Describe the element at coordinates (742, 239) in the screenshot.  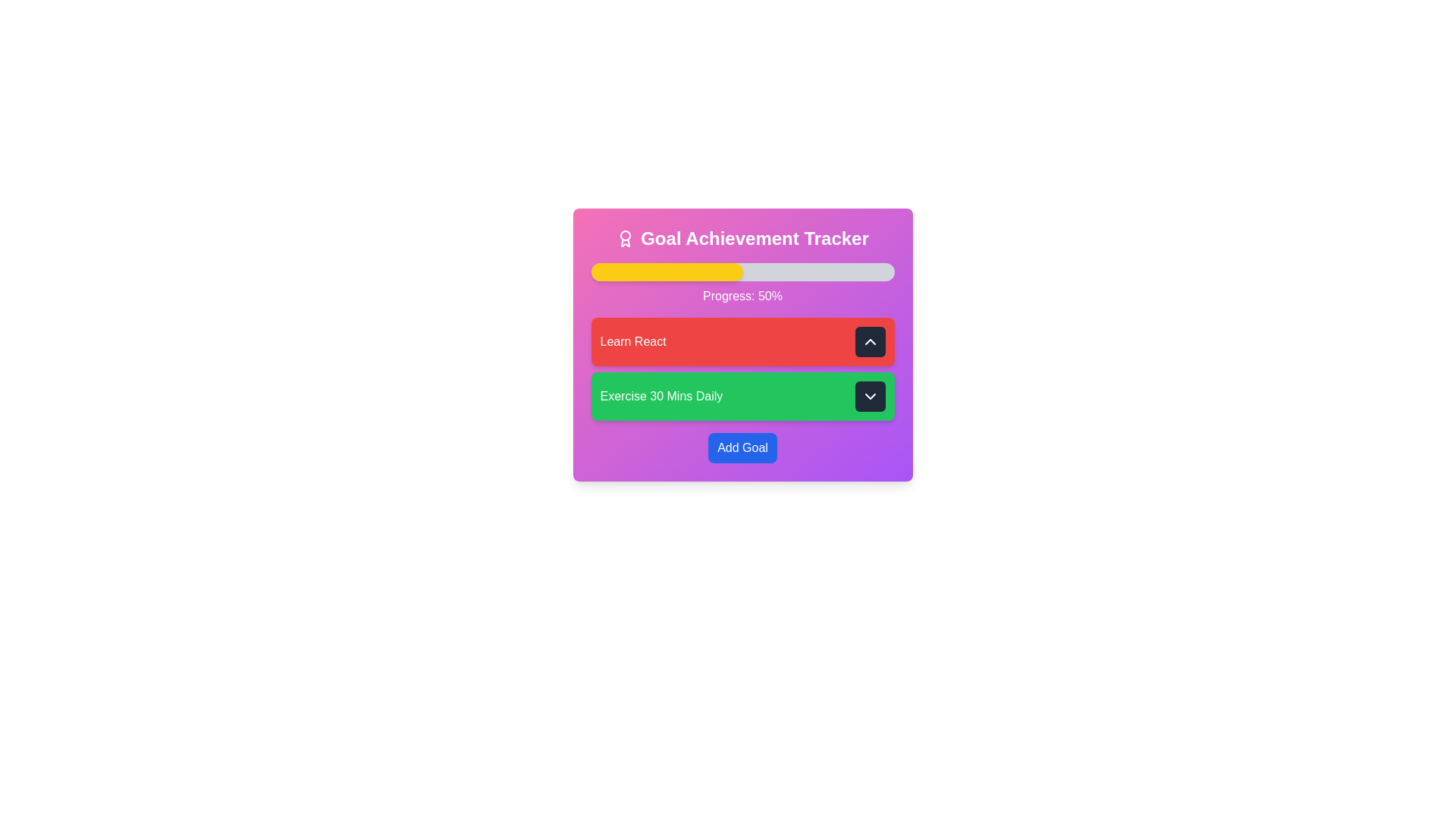
I see `the Text display with icon header located at the top center of the card-like structure, which serves as a title for the section` at that location.